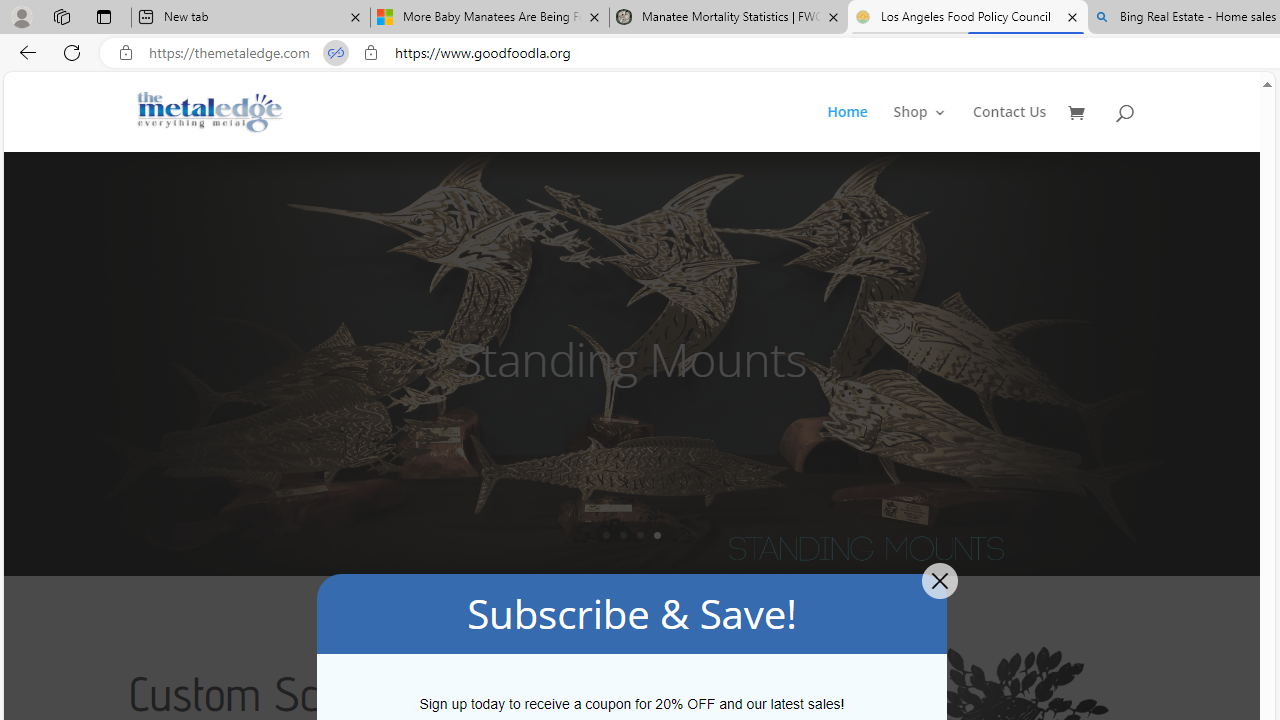 The height and width of the screenshot is (720, 1280). Describe the element at coordinates (967, 17) in the screenshot. I see `'Los Angeles Food Policy Council'` at that location.